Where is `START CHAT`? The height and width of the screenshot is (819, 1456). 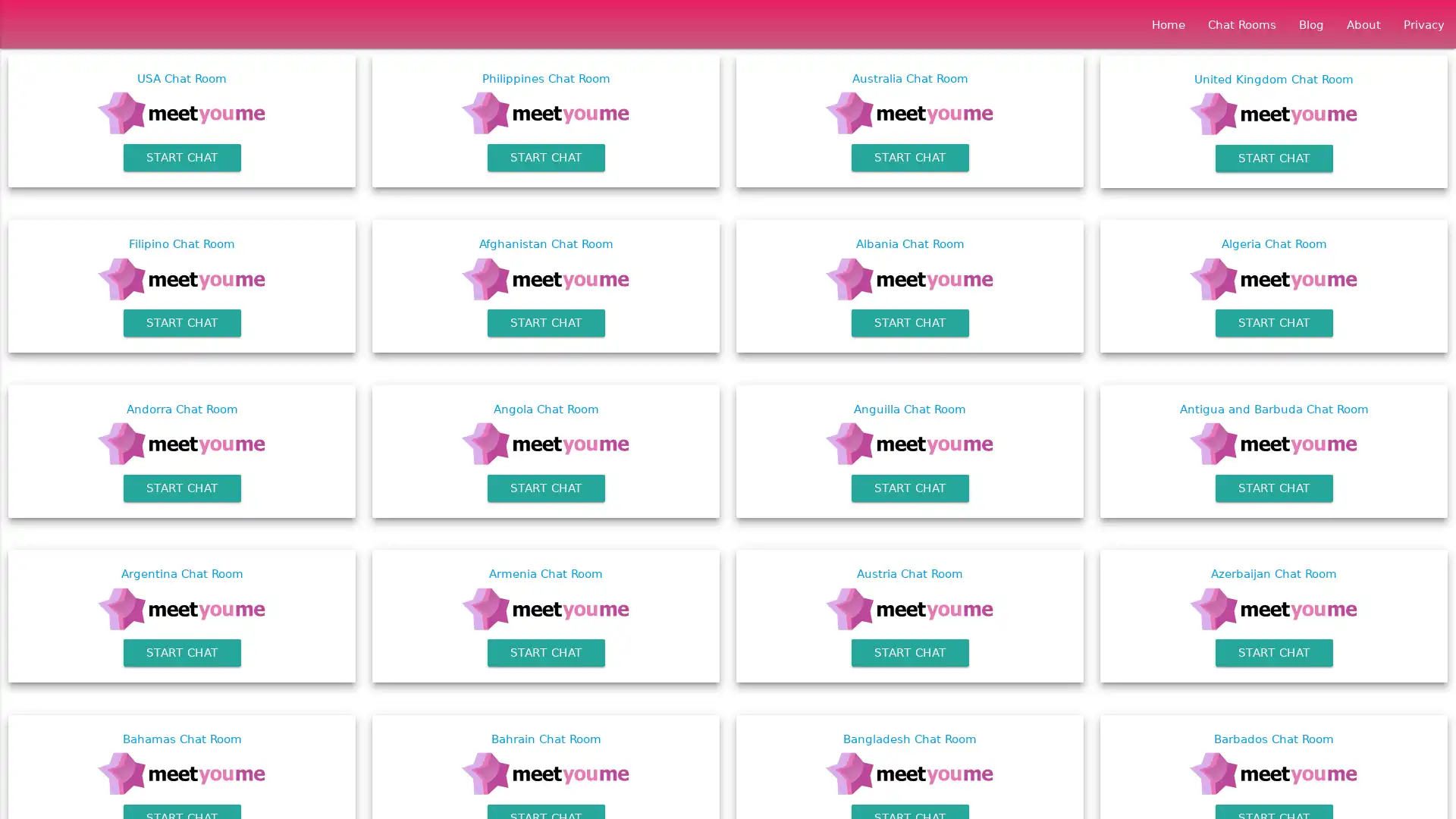
START CHAT is located at coordinates (545, 322).